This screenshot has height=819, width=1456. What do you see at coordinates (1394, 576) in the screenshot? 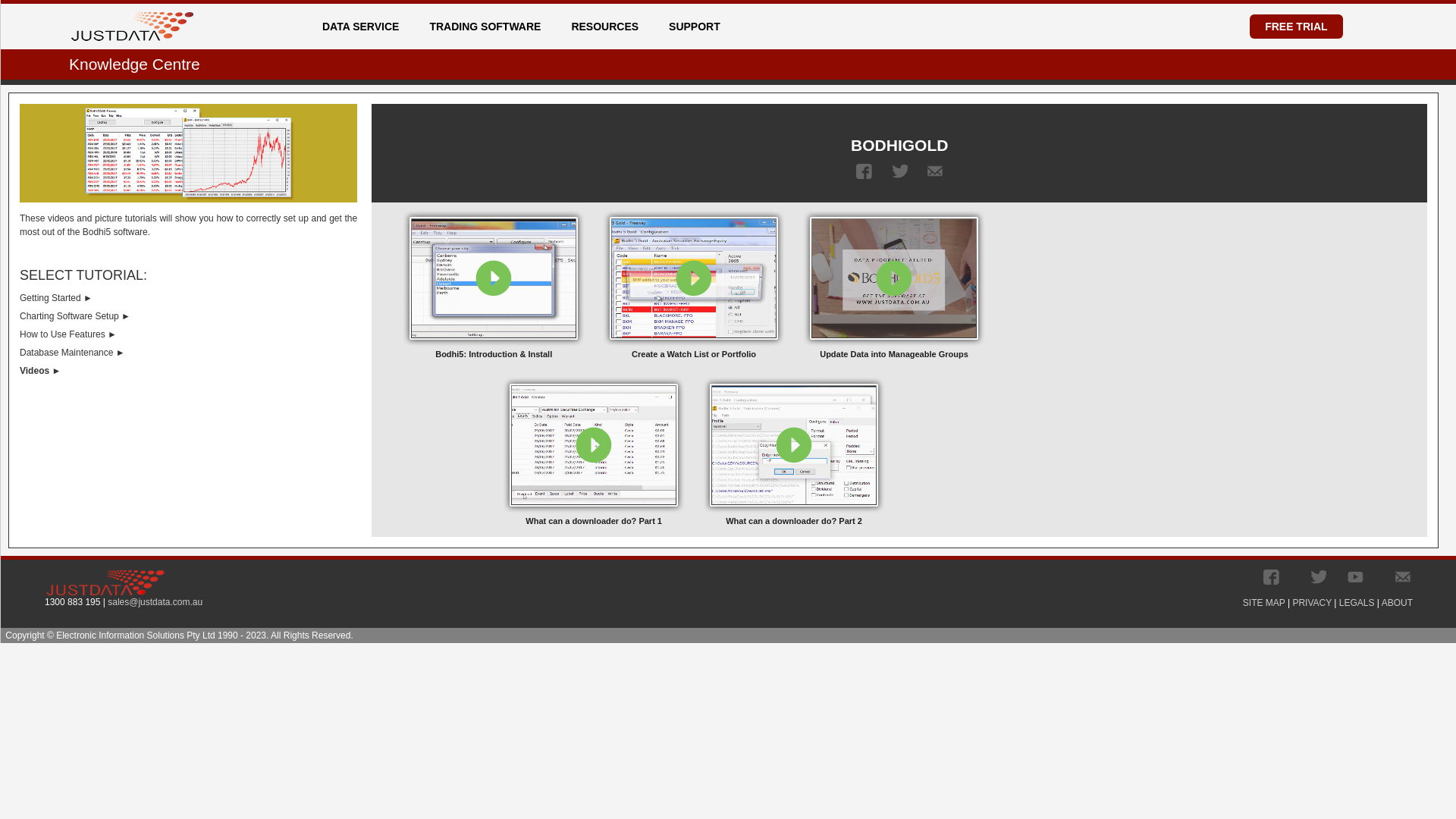
I see `'Email JustData'` at bounding box center [1394, 576].